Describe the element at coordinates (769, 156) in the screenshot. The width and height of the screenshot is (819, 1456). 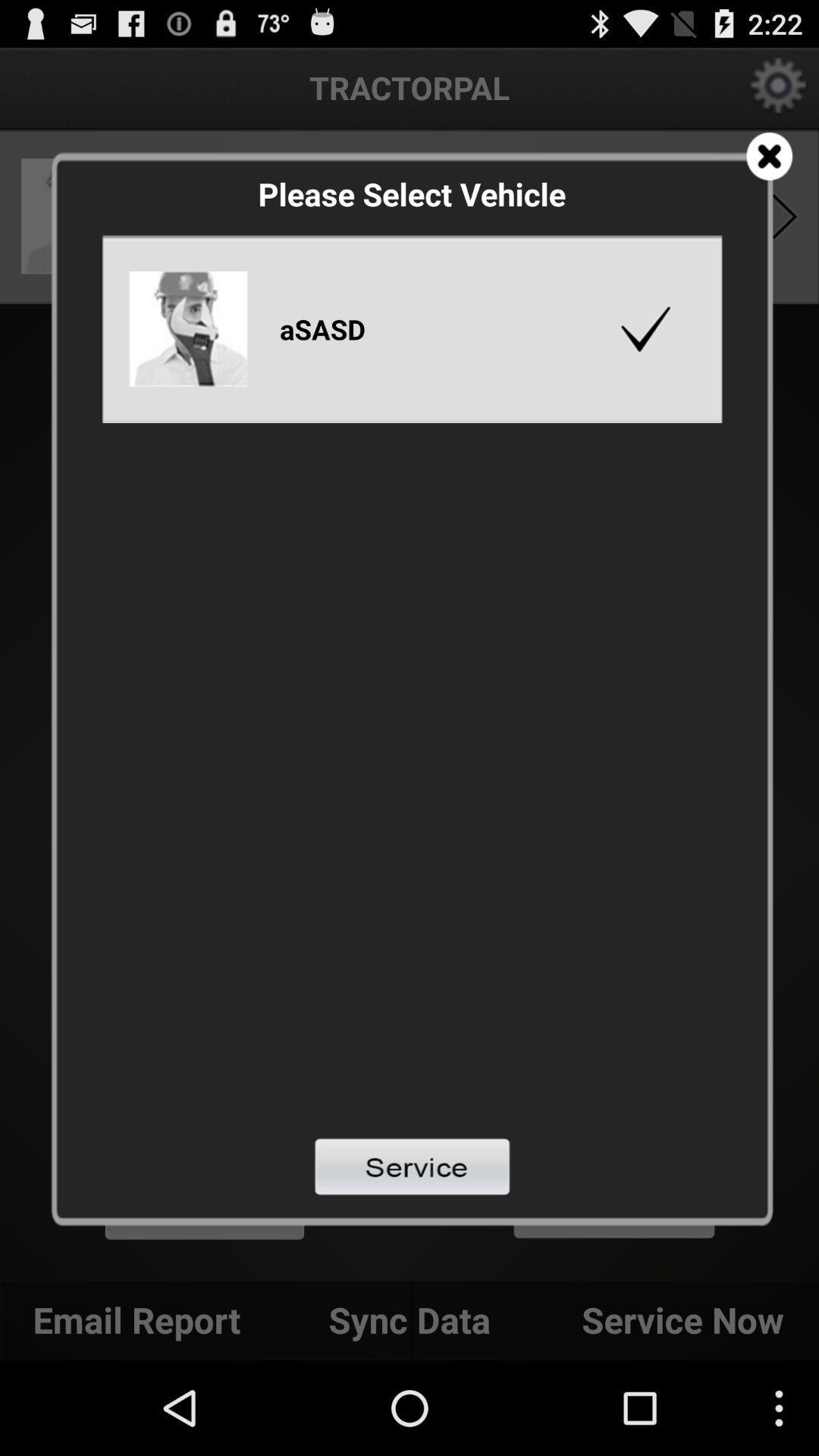
I see `page` at that location.